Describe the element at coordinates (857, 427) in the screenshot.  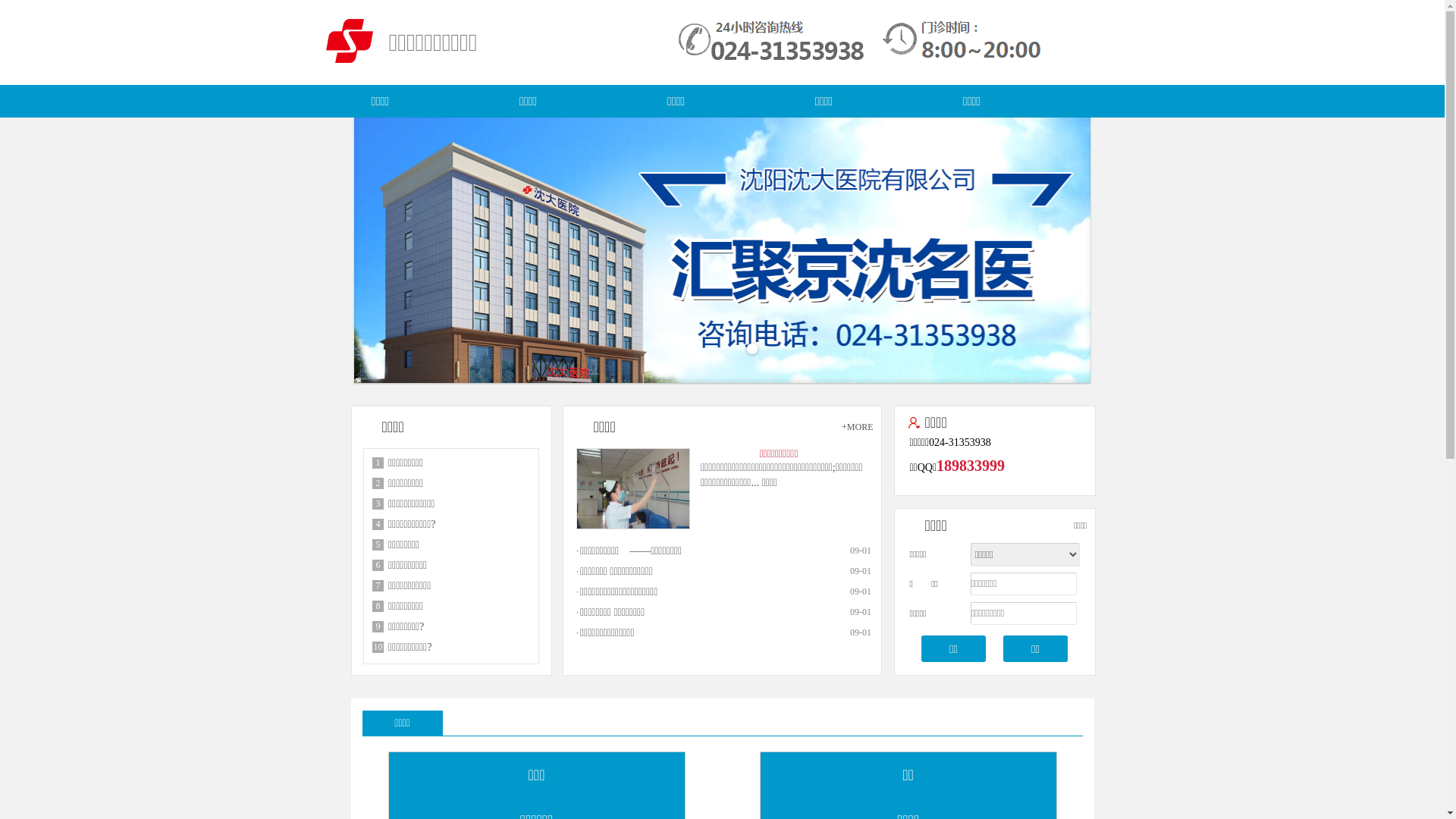
I see `'+MORE'` at that location.